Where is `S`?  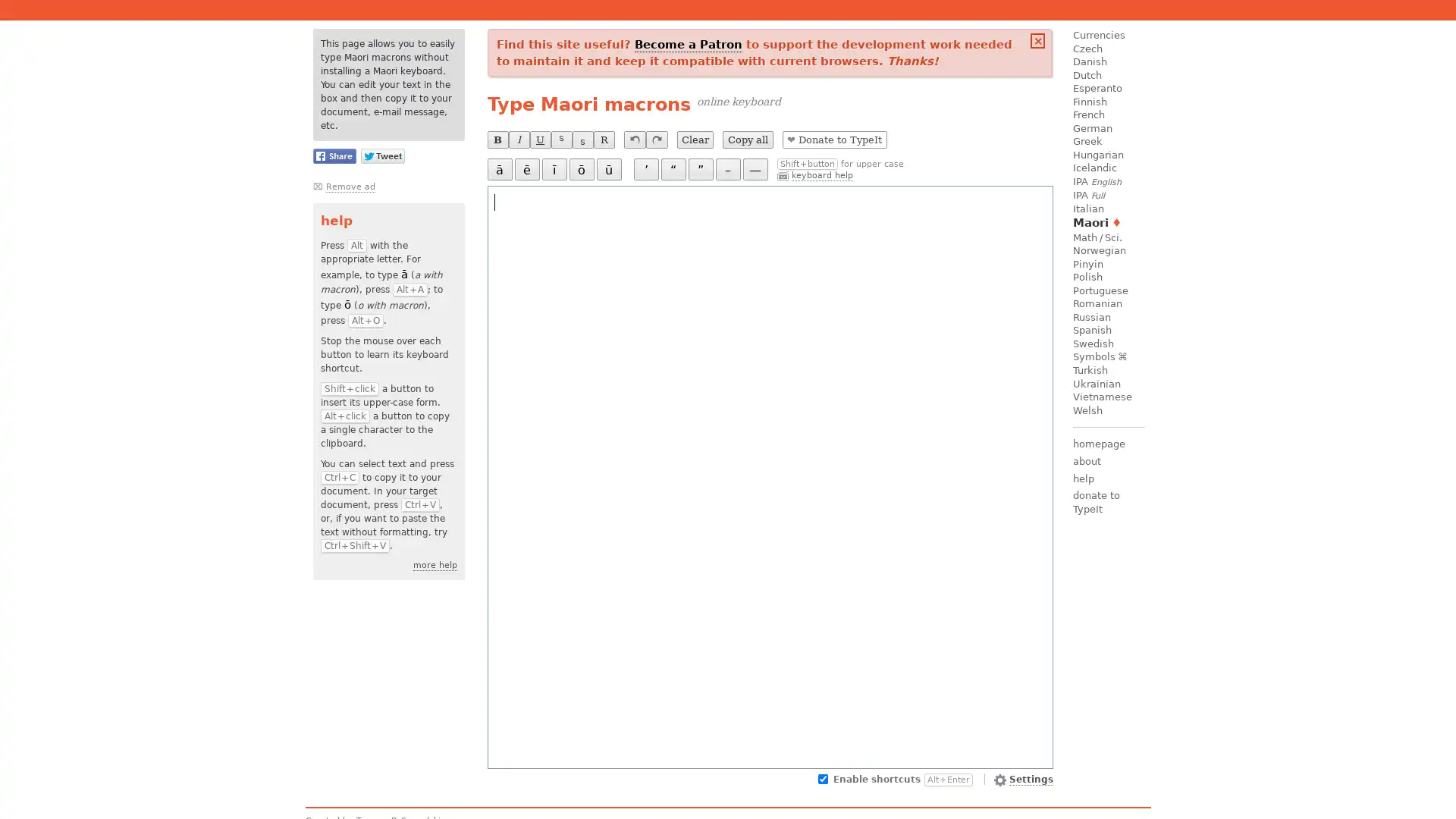 S is located at coordinates (560, 140).